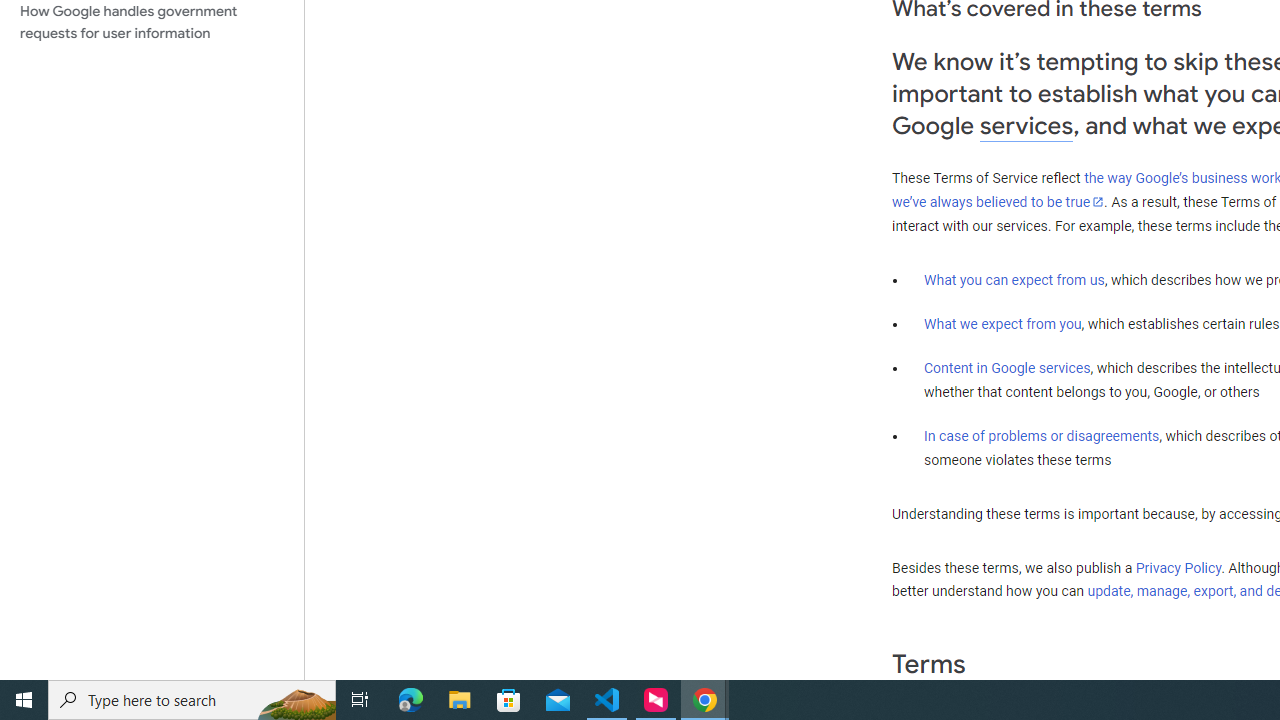 This screenshot has height=720, width=1280. I want to click on 'What we expect from you', so click(1002, 323).